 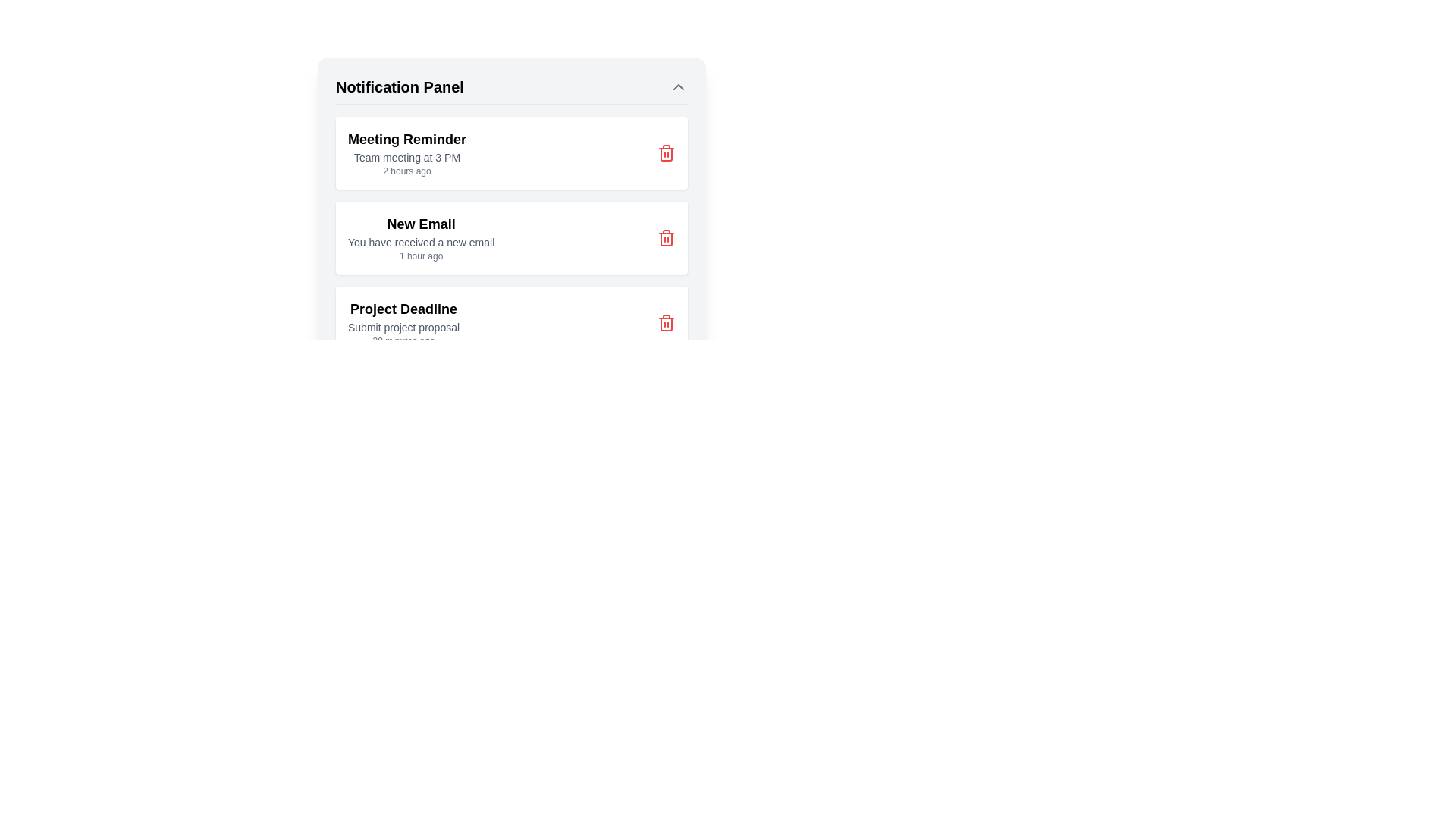 What do you see at coordinates (512, 180) in the screenshot?
I see `details of the notification card titled 'Meeting Reminder' which includes the description 'Team meeting at 3 PM' and the timestamp '2 hours ago'` at bounding box center [512, 180].